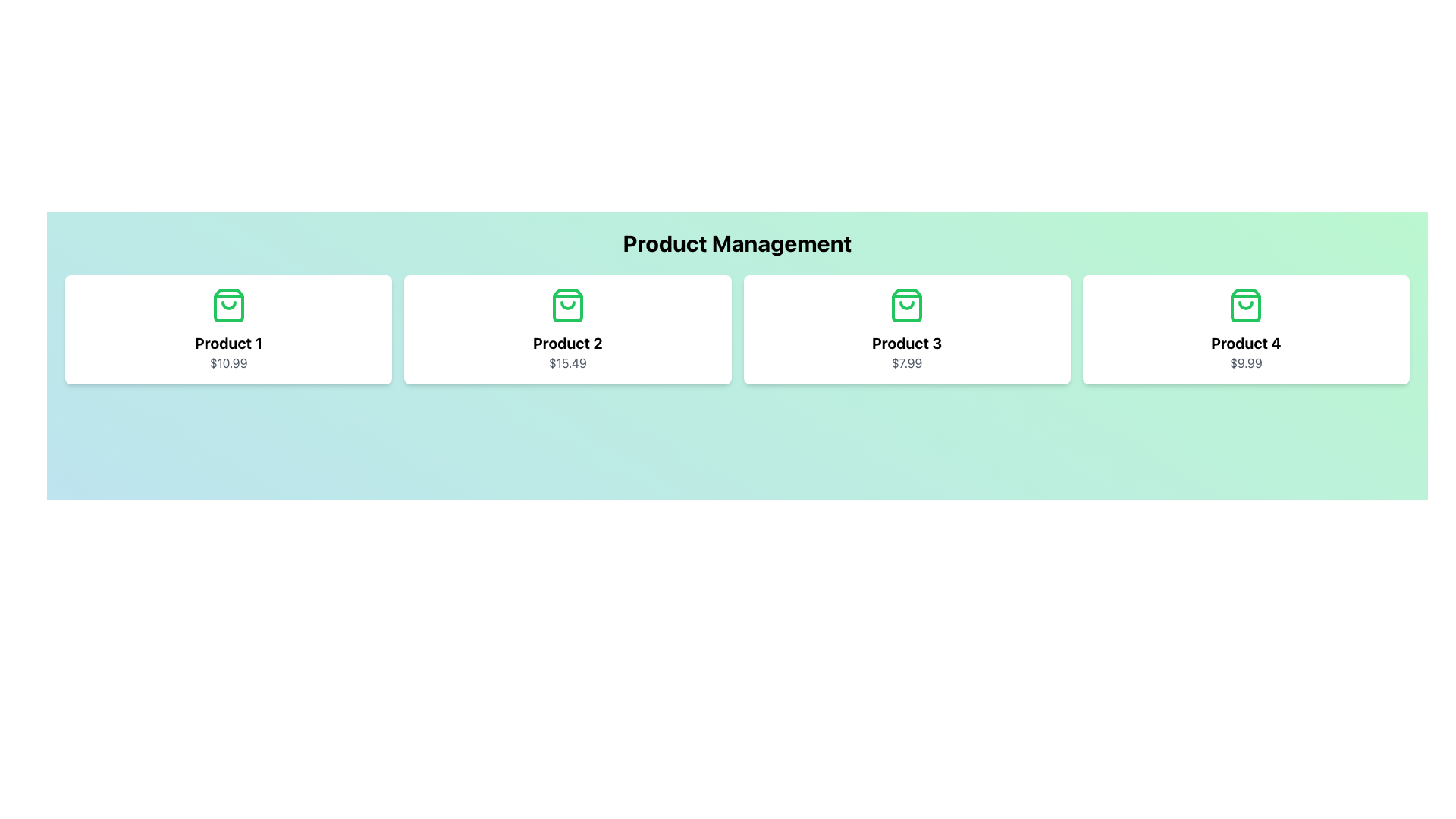  I want to click on the green shopping bag icon located at the top center of the 'Product 4' card, which is positioned directly above the '$9.99' text, so click(1246, 305).